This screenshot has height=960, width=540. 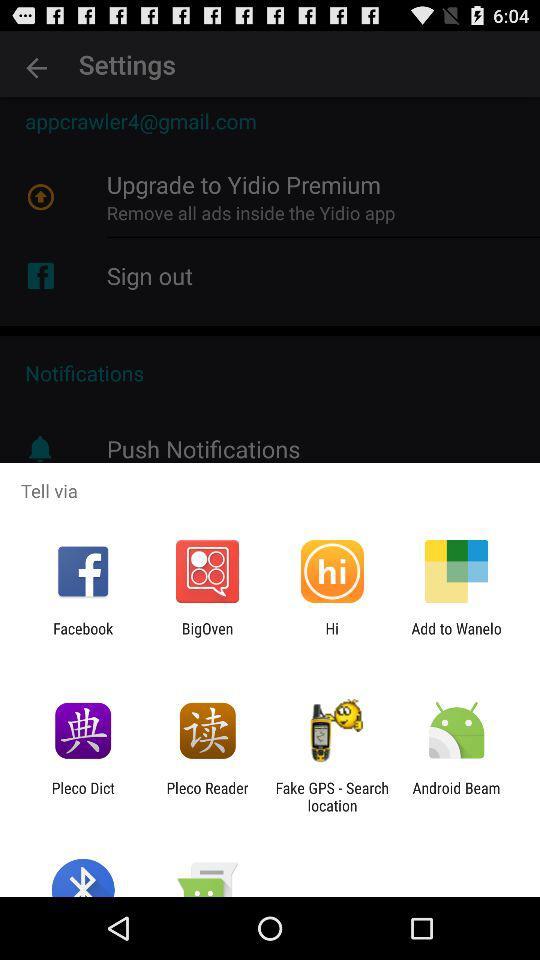 What do you see at coordinates (206, 796) in the screenshot?
I see `the icon to the right of the pleco dict item` at bounding box center [206, 796].